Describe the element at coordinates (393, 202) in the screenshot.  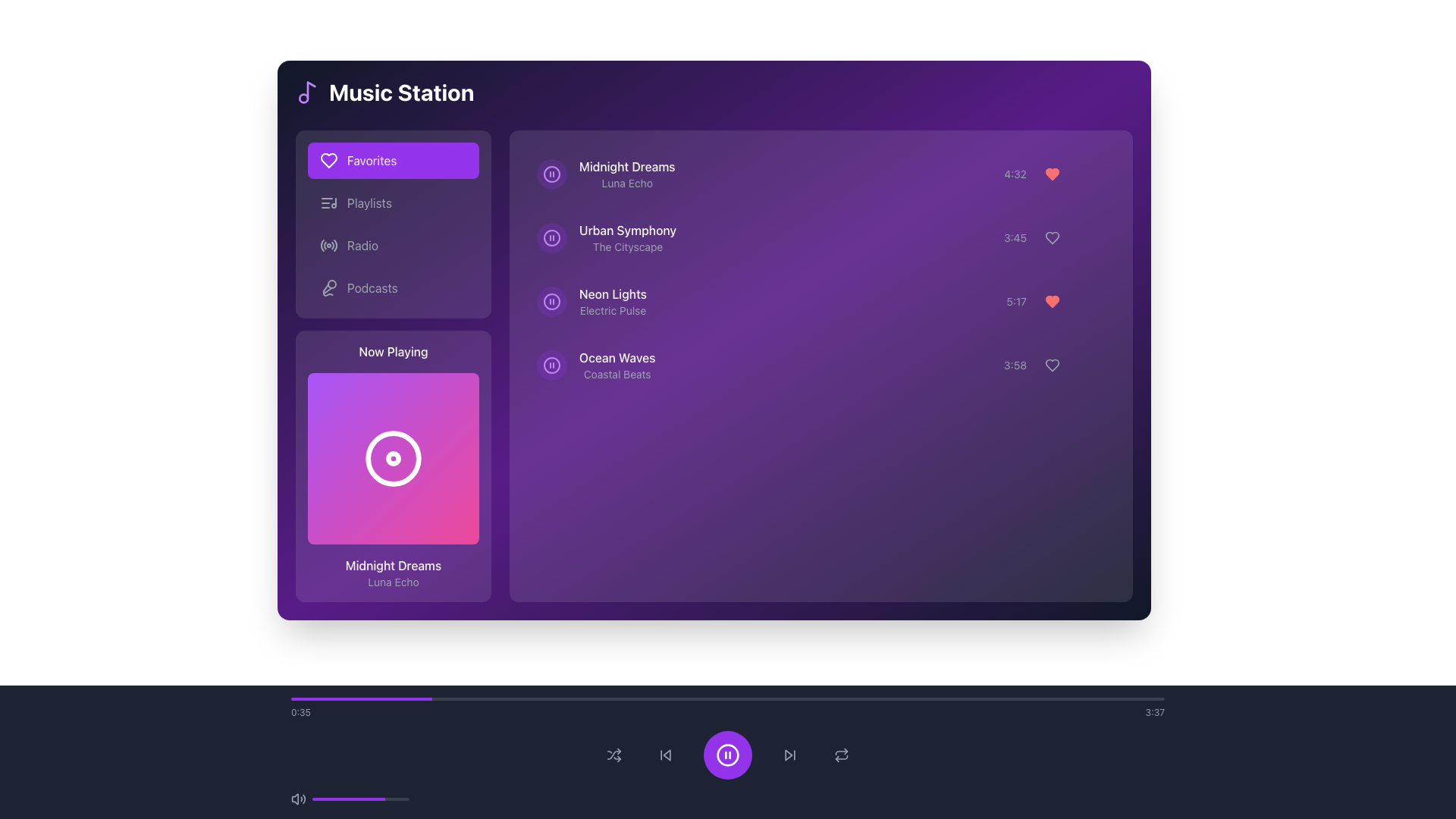
I see `the 'Playlists' button located in the sidebar, which is the second item in the vertical list of navigation options` at that location.